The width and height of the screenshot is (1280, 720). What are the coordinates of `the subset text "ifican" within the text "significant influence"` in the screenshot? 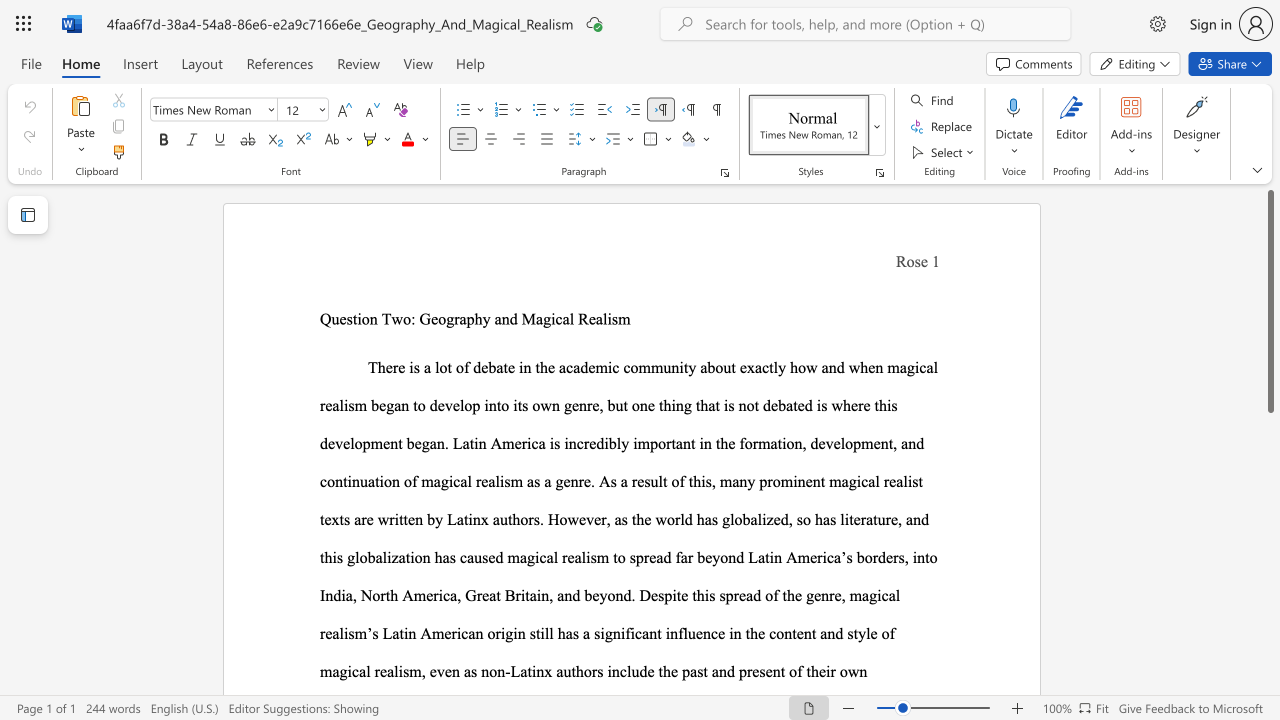 It's located at (619, 633).